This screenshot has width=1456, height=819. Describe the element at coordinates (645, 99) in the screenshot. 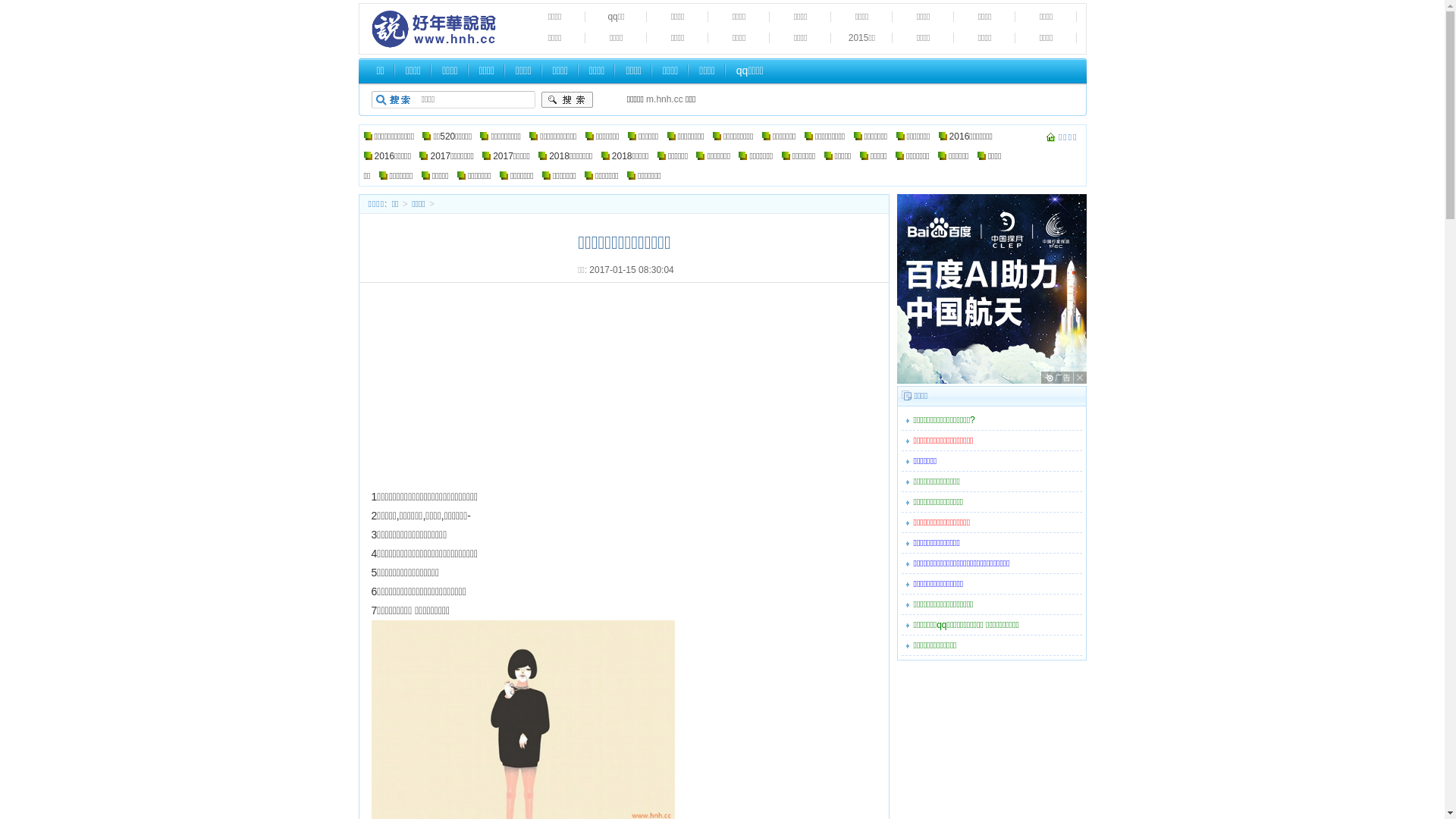

I see `'m.hnh.cc'` at that location.